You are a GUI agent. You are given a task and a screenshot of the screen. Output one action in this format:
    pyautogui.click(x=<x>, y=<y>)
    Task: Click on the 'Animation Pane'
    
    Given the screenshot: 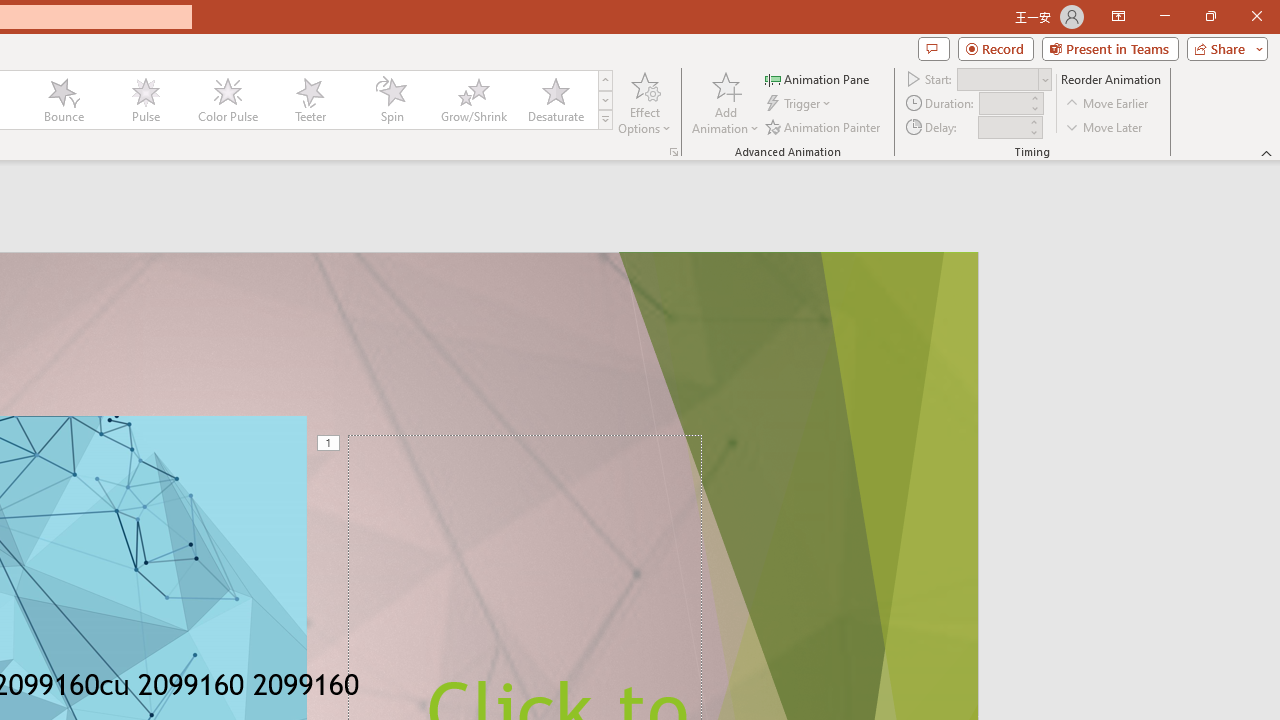 What is the action you would take?
    pyautogui.click(x=818, y=78)
    